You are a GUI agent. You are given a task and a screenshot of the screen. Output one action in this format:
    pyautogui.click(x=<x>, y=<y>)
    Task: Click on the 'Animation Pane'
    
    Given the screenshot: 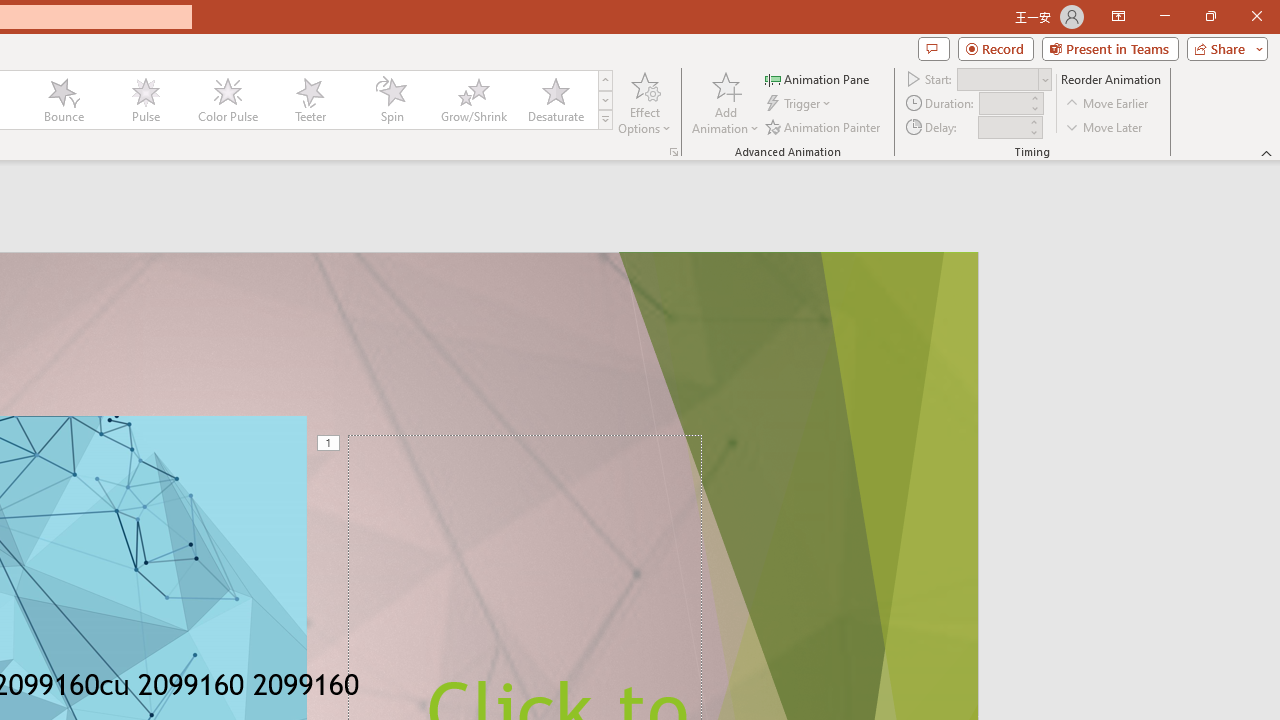 What is the action you would take?
    pyautogui.click(x=818, y=78)
    